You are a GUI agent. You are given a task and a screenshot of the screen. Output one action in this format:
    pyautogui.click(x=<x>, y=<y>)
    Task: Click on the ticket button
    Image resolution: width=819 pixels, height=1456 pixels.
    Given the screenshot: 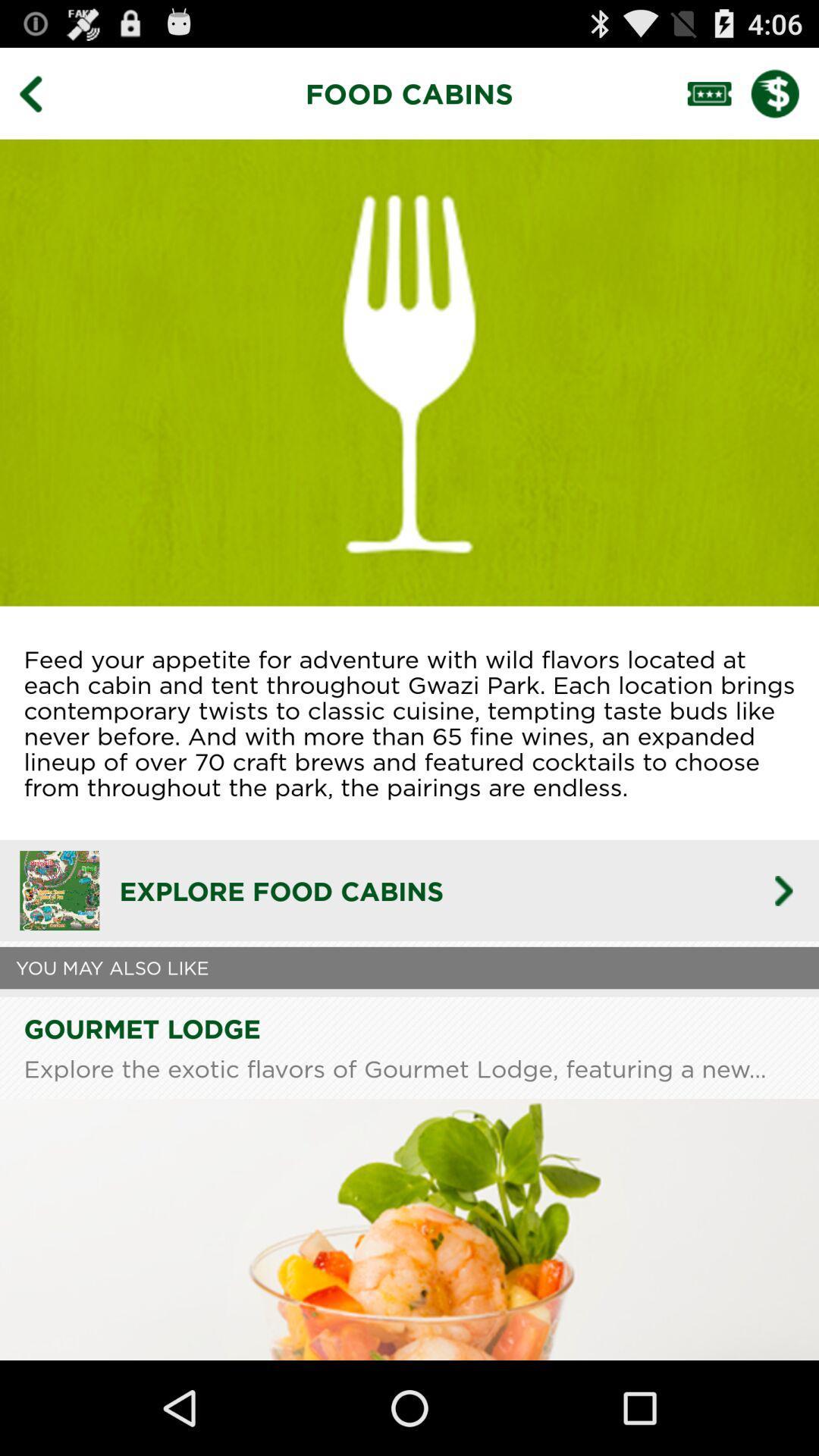 What is the action you would take?
    pyautogui.click(x=718, y=93)
    